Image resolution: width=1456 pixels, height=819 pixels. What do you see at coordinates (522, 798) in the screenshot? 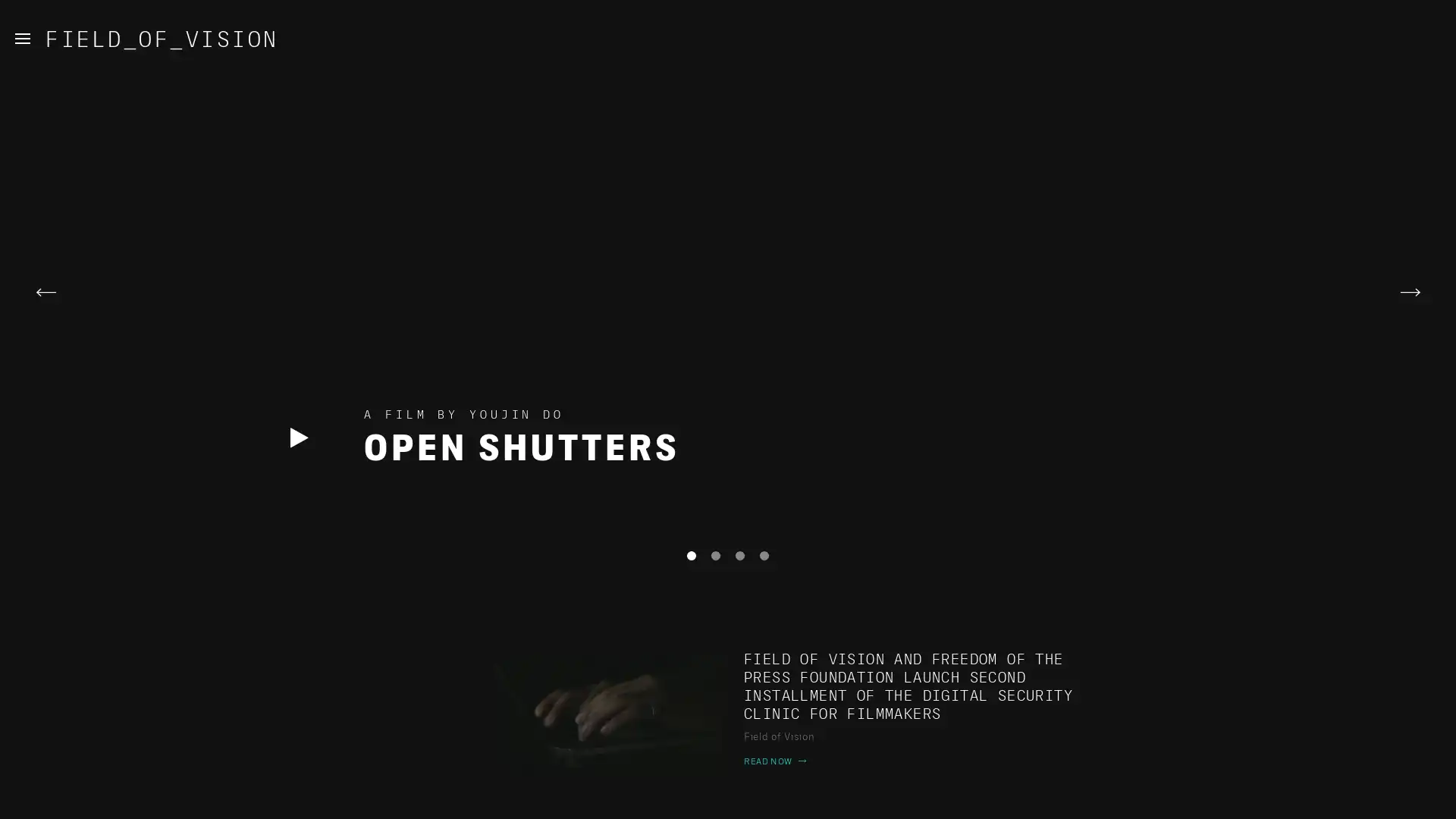
I see `Sign up for our newsletter` at bounding box center [522, 798].